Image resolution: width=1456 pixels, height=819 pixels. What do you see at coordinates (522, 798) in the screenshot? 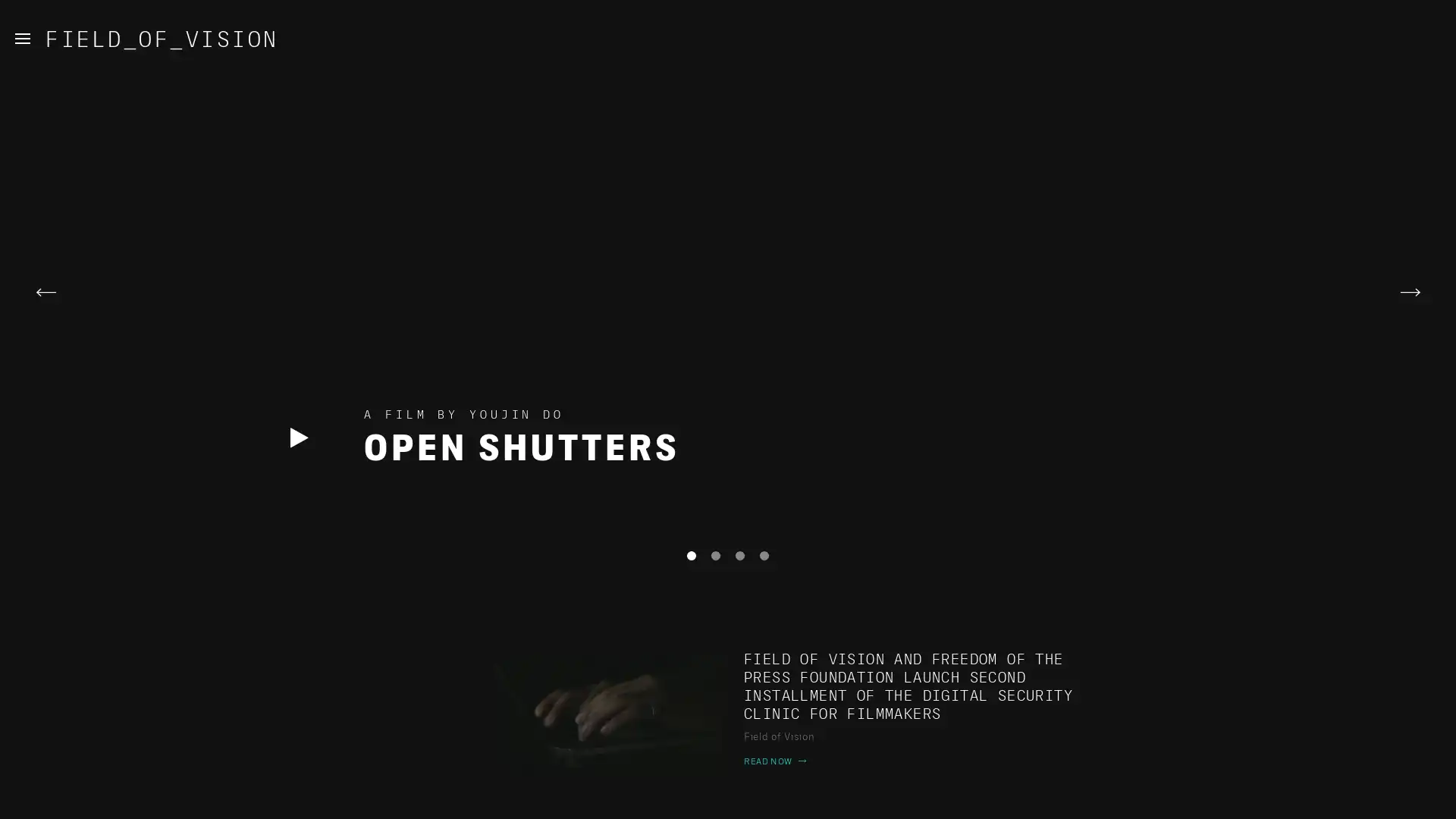
I see `Sign up for our newsletter` at bounding box center [522, 798].